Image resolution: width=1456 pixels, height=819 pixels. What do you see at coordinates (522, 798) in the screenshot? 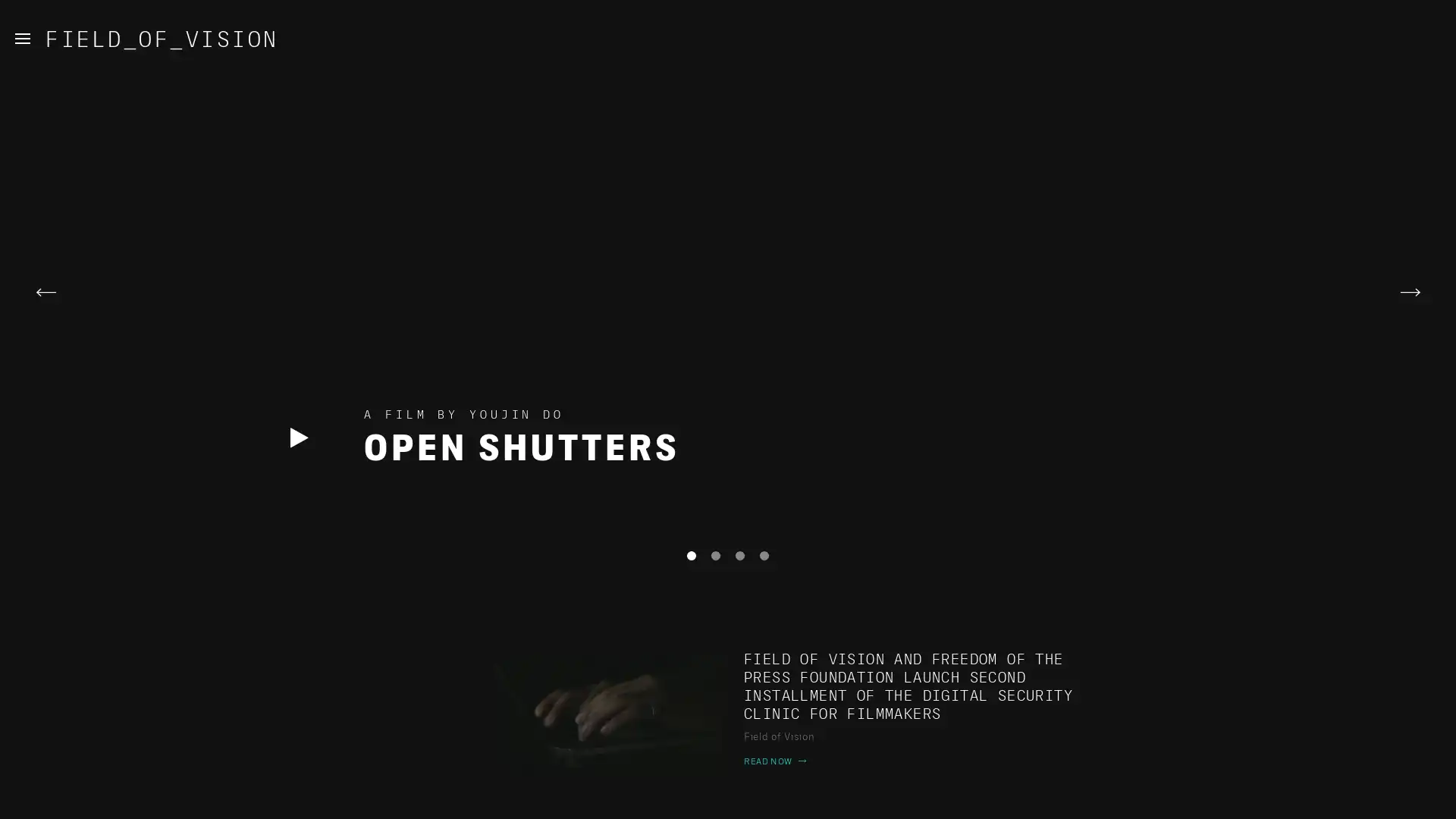
I see `Sign up for our newsletter` at bounding box center [522, 798].